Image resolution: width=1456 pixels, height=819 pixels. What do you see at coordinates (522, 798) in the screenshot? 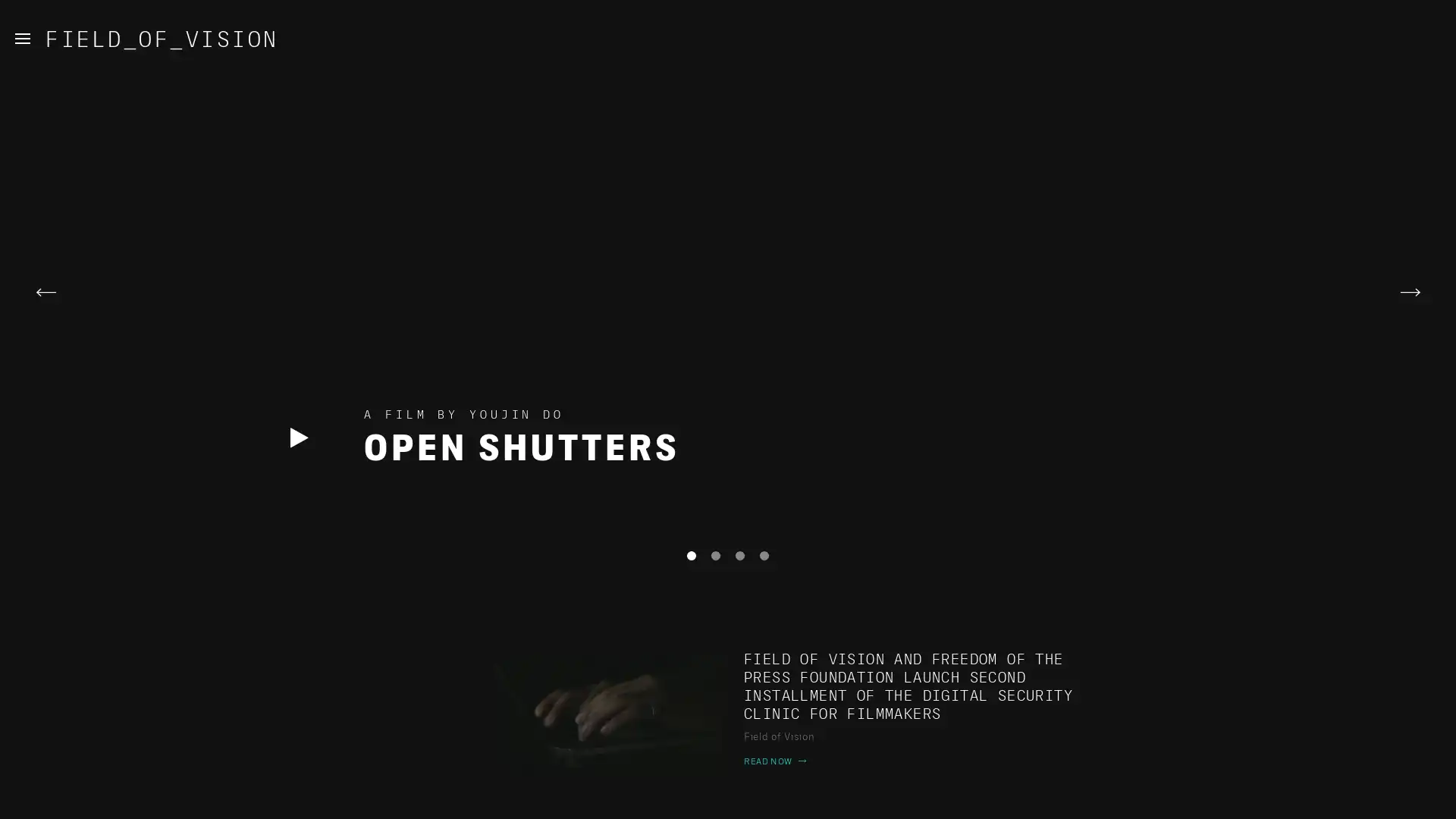
I see `Sign up for our newsletter` at bounding box center [522, 798].